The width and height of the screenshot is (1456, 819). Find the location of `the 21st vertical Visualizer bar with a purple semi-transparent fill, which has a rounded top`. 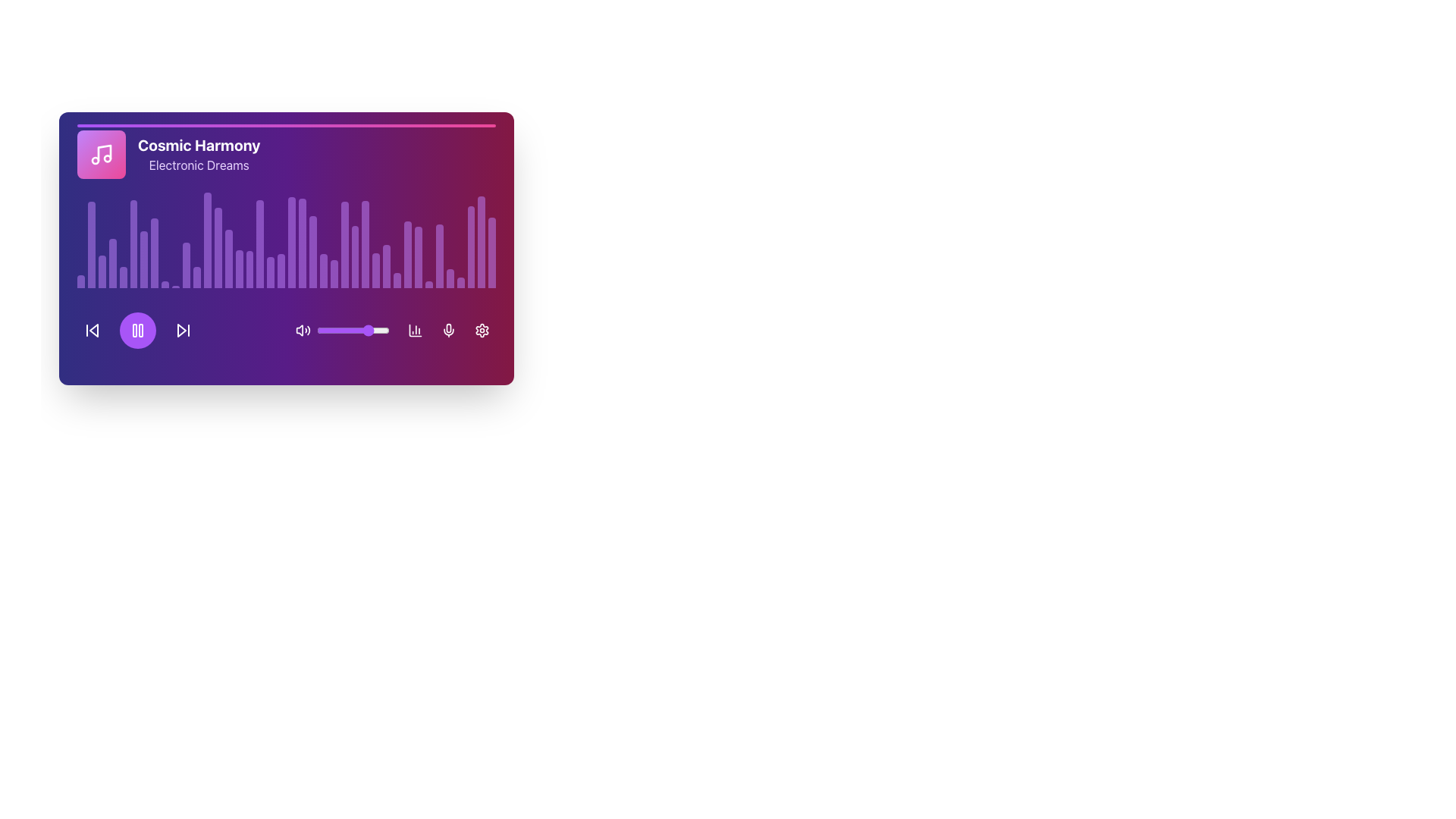

the 21st vertical Visualizer bar with a purple semi-transparent fill, which has a rounded top is located at coordinates (292, 242).